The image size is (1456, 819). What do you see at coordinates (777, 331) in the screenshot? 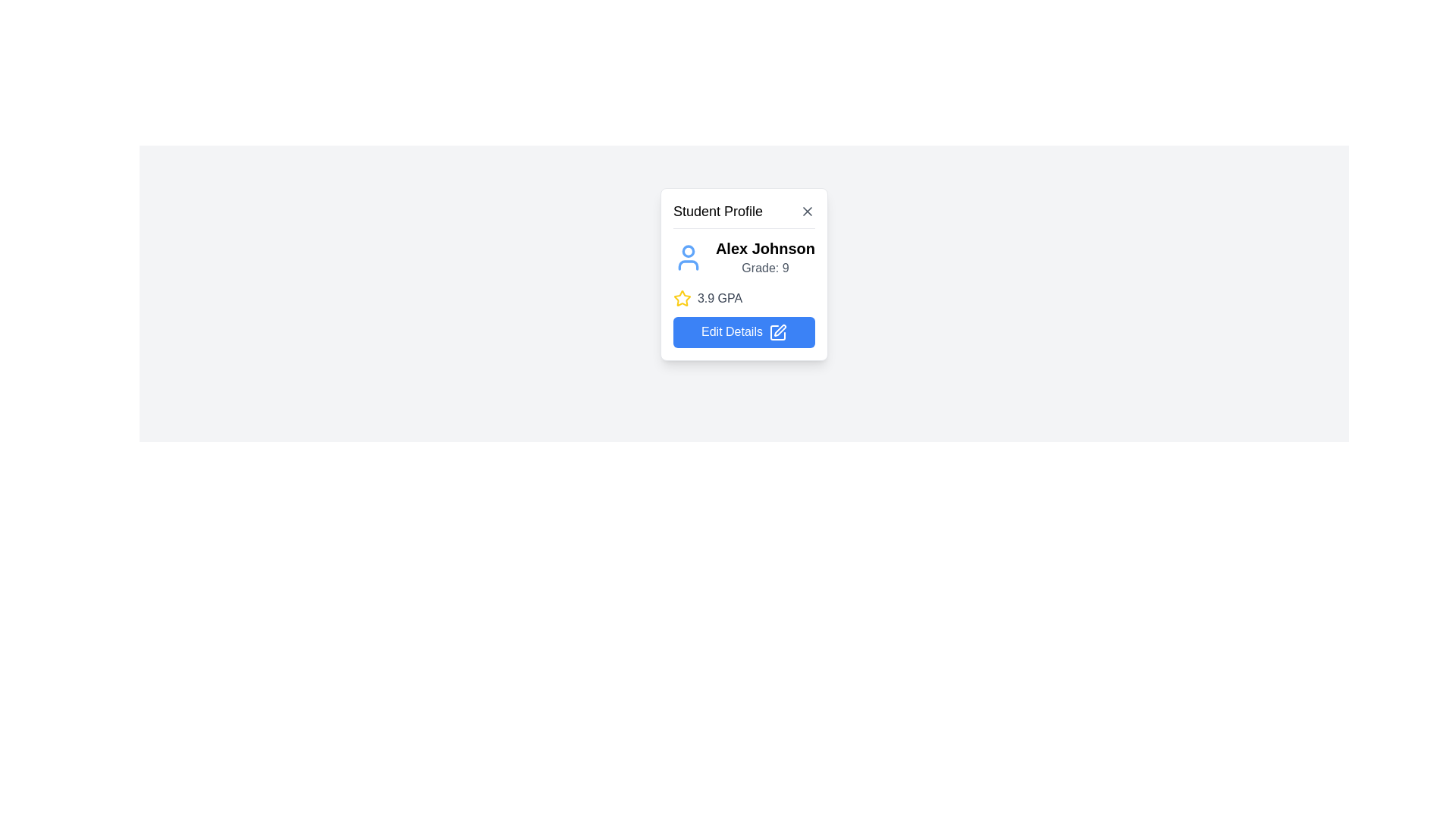
I see `the editing icon within the blue 'Edit Details' button located at the bottom of the card` at bounding box center [777, 331].